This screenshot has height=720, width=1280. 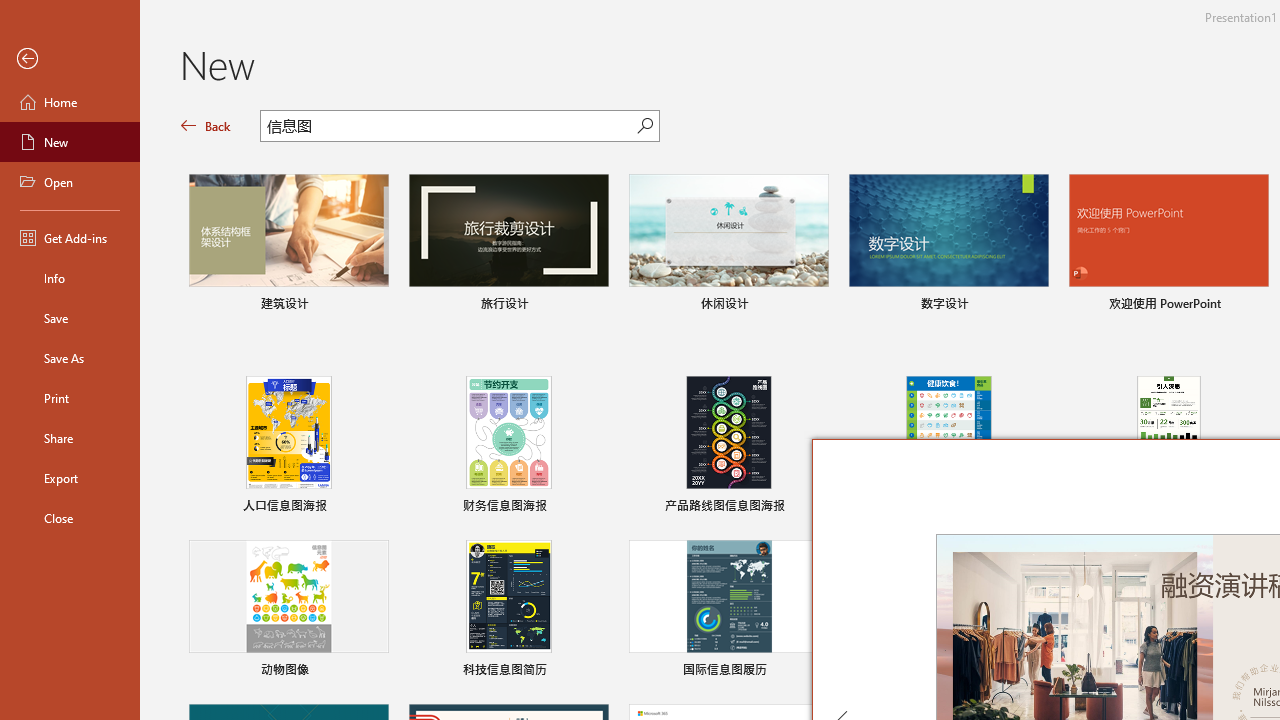 What do you see at coordinates (448, 128) in the screenshot?
I see `'Search for online templates and themes'` at bounding box center [448, 128].